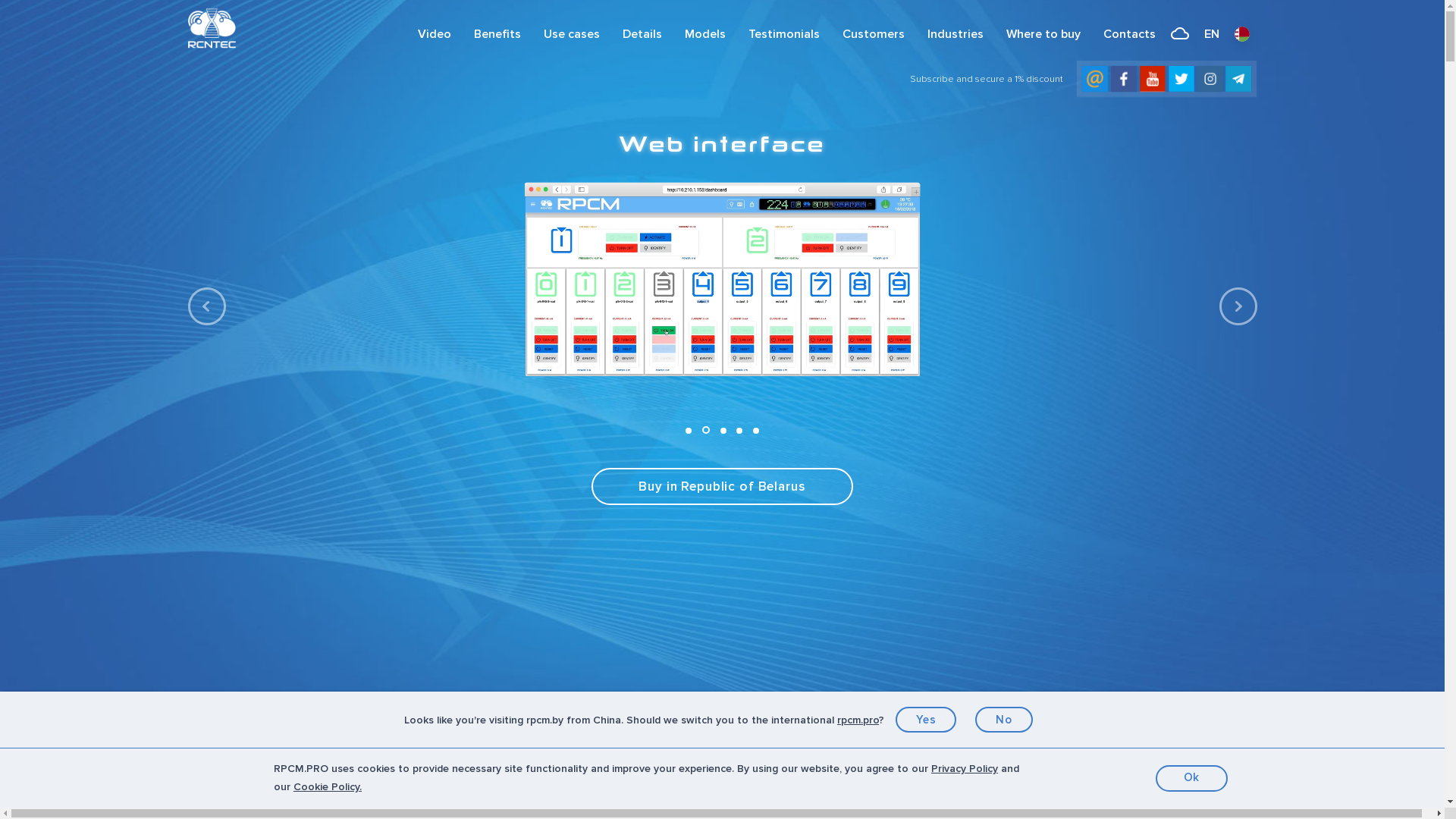  I want to click on 'Video', so click(433, 34).